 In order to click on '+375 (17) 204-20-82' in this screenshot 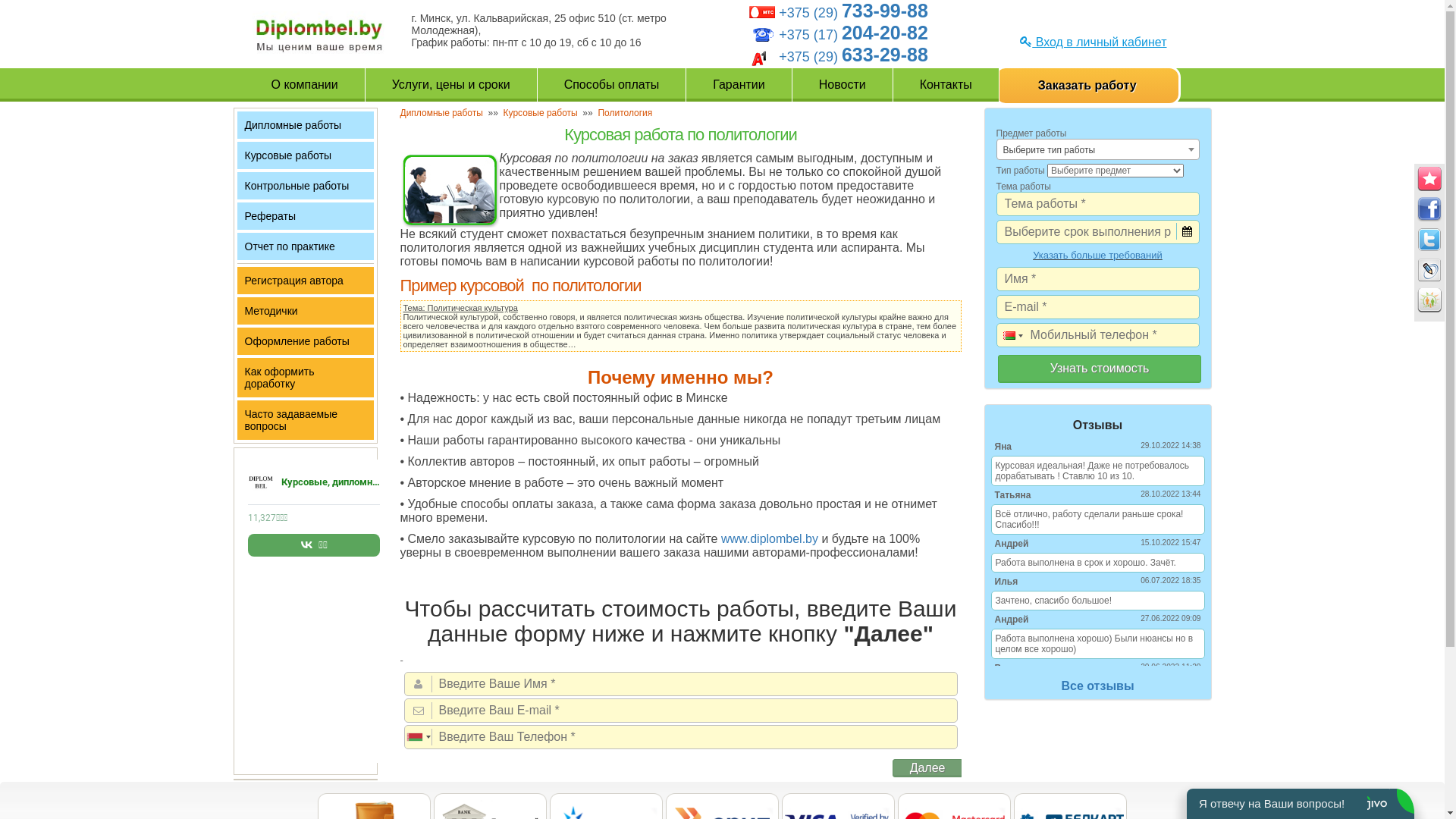, I will do `click(853, 34)`.